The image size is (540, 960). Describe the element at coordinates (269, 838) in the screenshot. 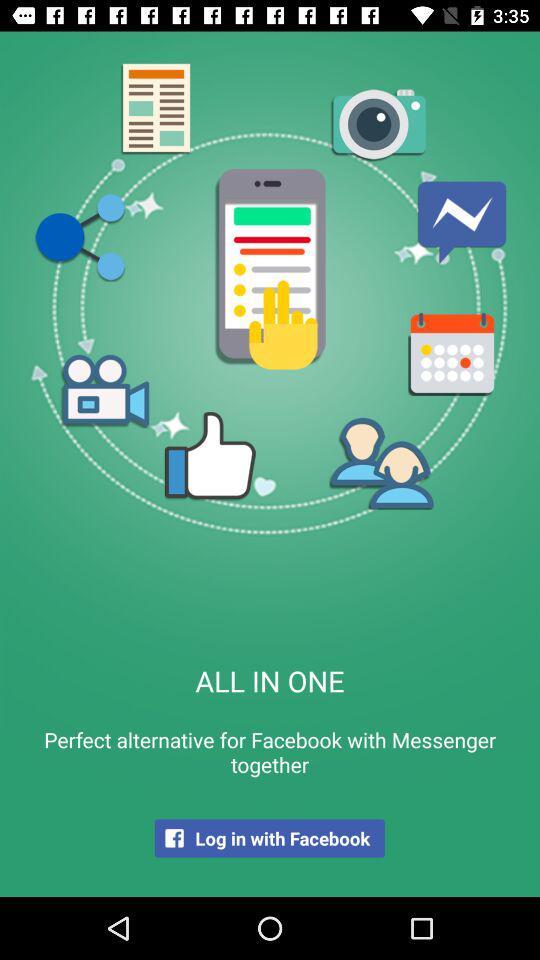

I see `item below perfect alternative for item` at that location.